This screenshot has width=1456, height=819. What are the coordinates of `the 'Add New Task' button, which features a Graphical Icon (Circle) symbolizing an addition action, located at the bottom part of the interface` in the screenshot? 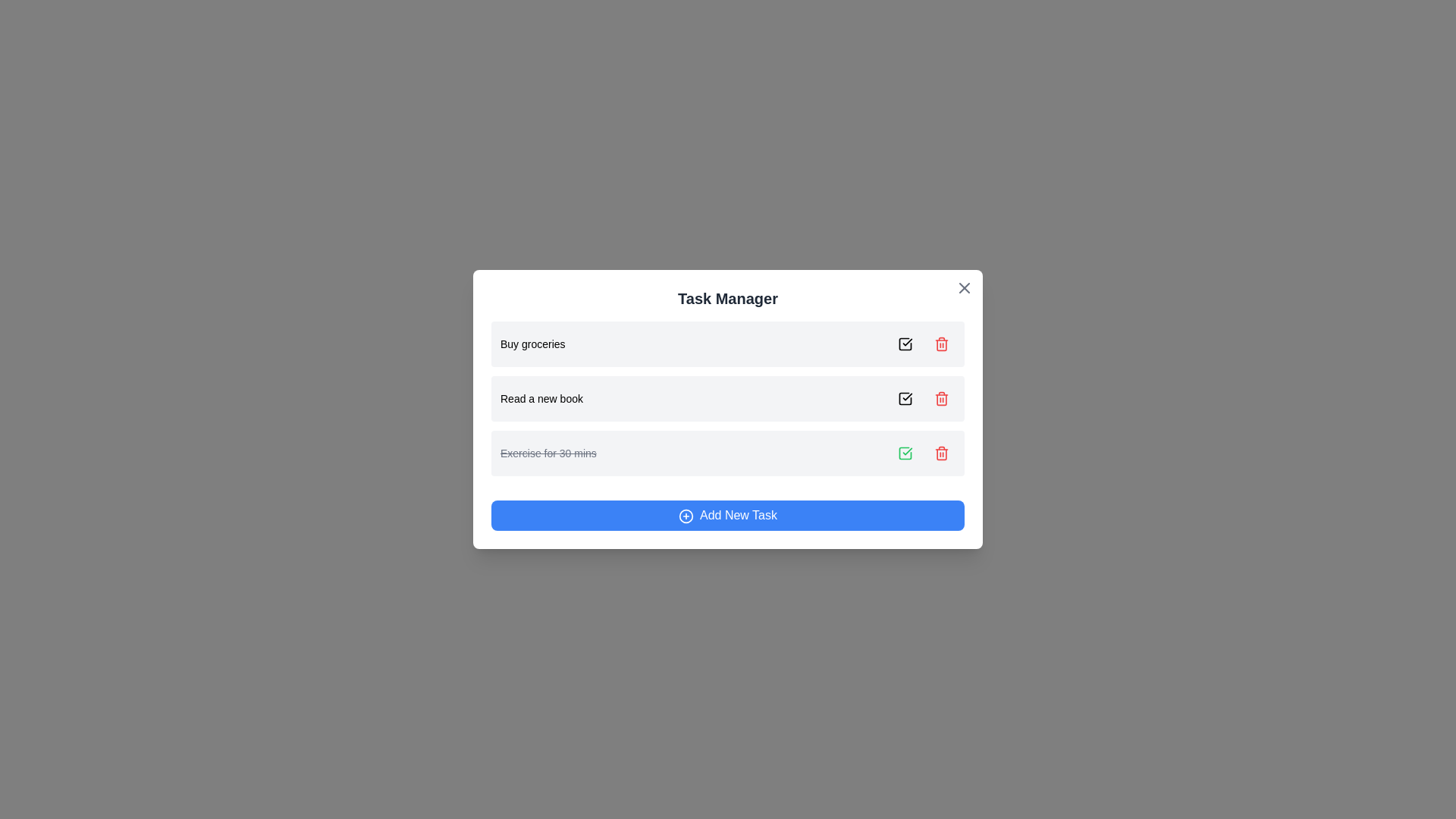 It's located at (686, 514).